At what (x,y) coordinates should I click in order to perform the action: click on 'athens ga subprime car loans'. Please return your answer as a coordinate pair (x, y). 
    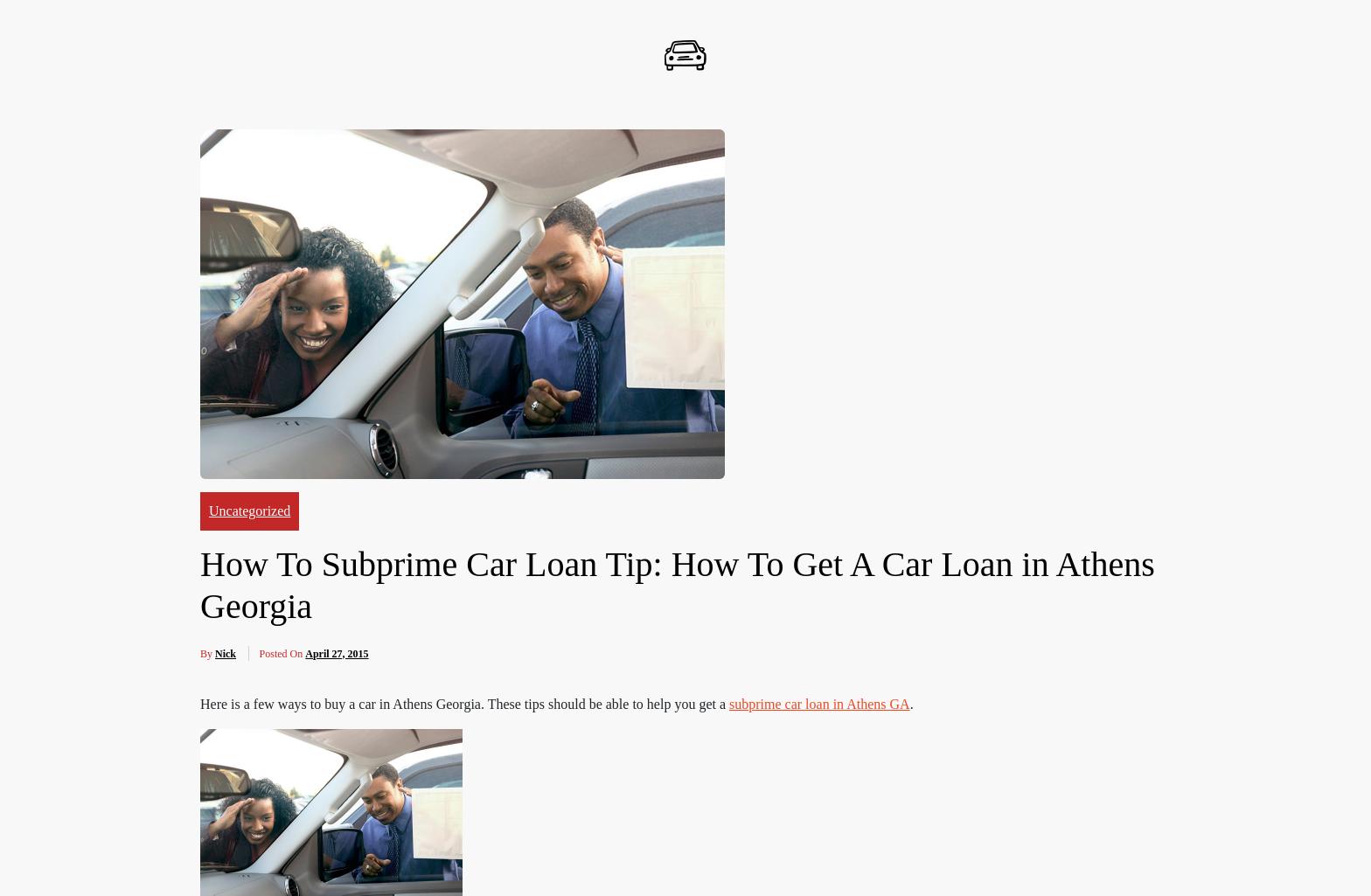
    Looking at the image, I should click on (296, 687).